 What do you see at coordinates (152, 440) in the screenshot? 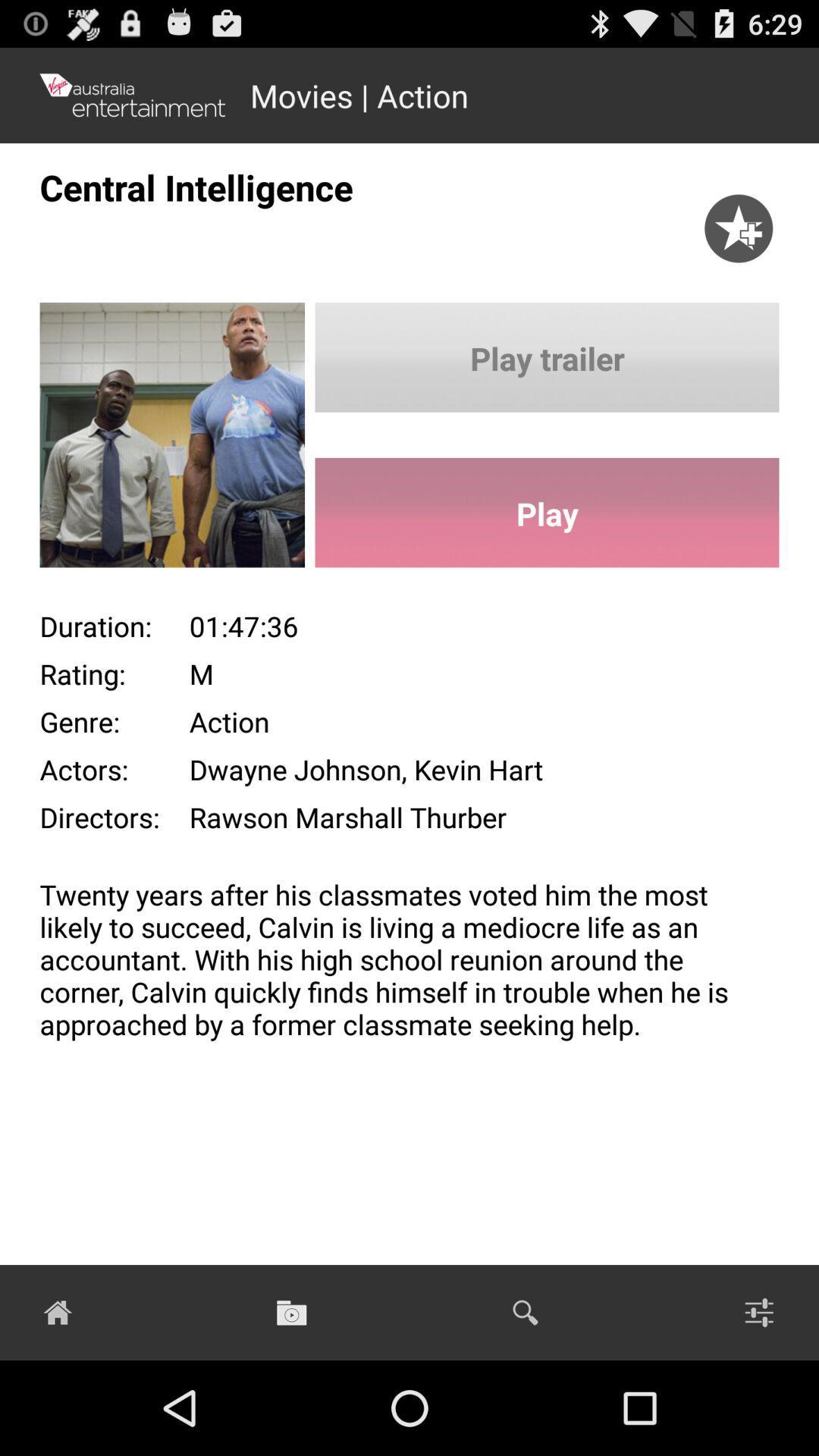
I see `the image below central intelligence` at bounding box center [152, 440].